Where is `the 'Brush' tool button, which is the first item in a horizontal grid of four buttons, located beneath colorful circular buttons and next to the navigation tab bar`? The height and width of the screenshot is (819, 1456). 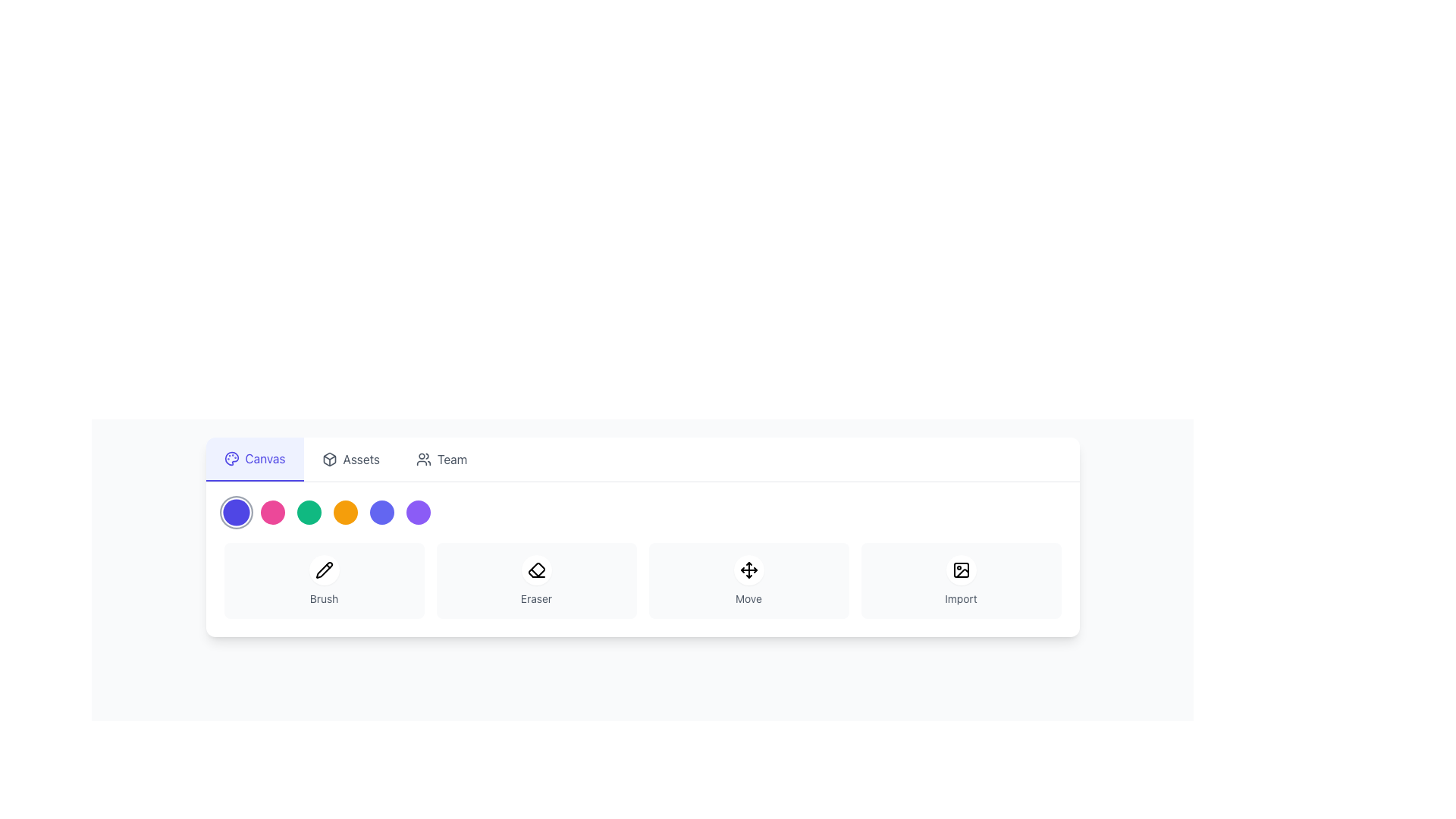 the 'Brush' tool button, which is the first item in a horizontal grid of four buttons, located beneath colorful circular buttons and next to the navigation tab bar is located at coordinates (323, 580).